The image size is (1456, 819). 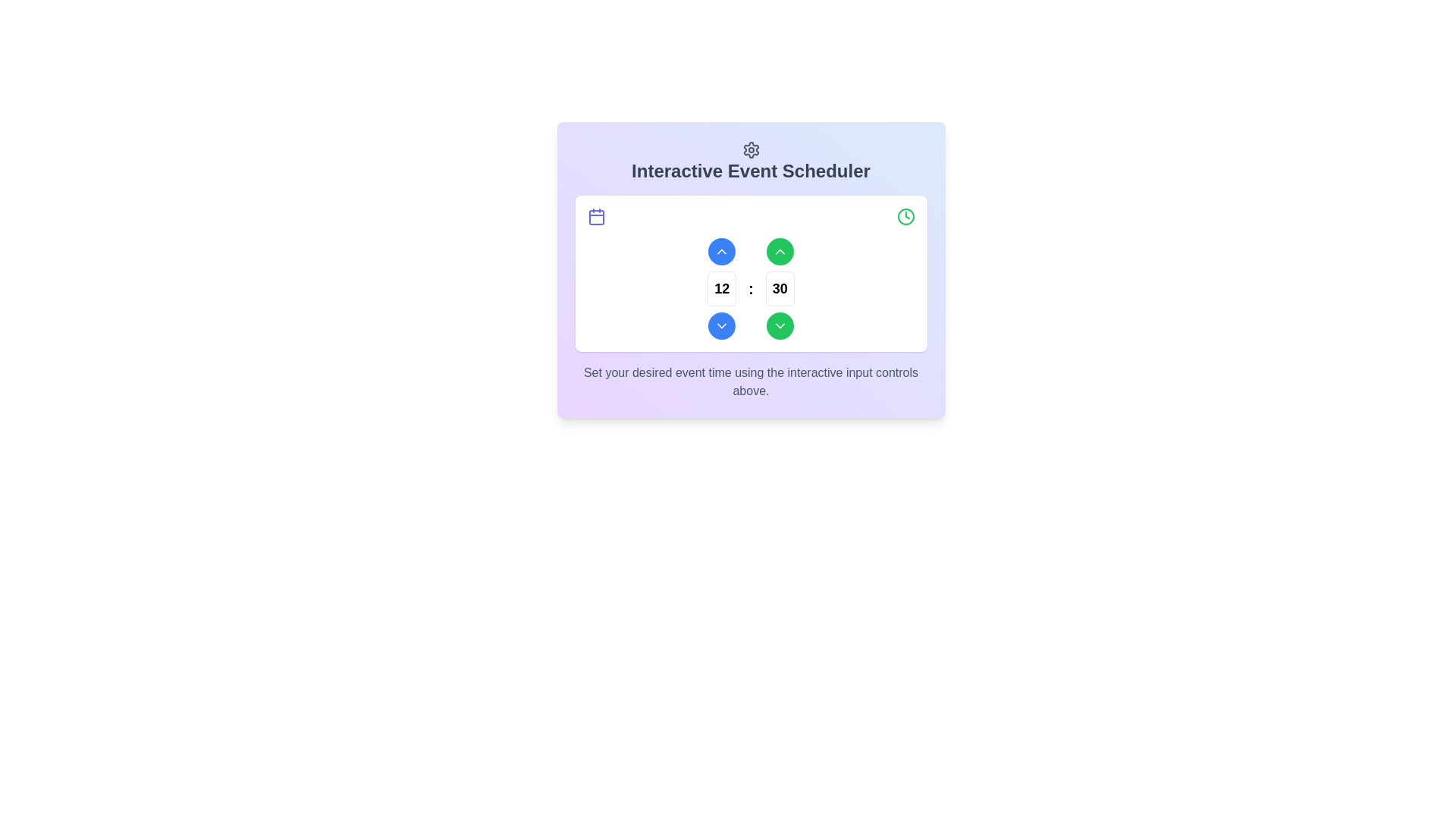 I want to click on the downward-pointing chevron icon within the interactive button located in the bottom-right corner of the event scheduler interface, so click(x=780, y=325).